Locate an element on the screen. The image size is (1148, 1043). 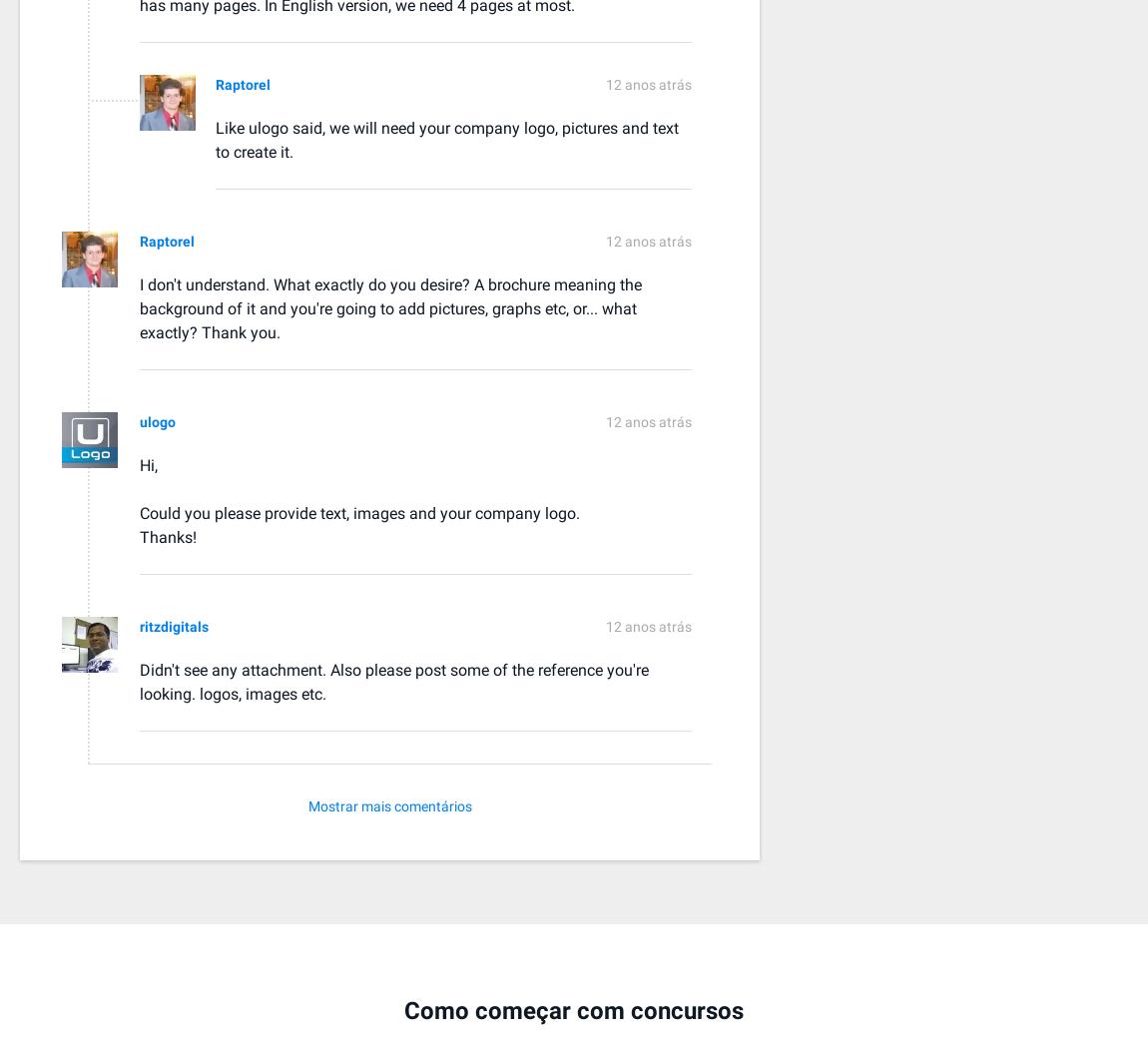
'Hi,' is located at coordinates (148, 463).